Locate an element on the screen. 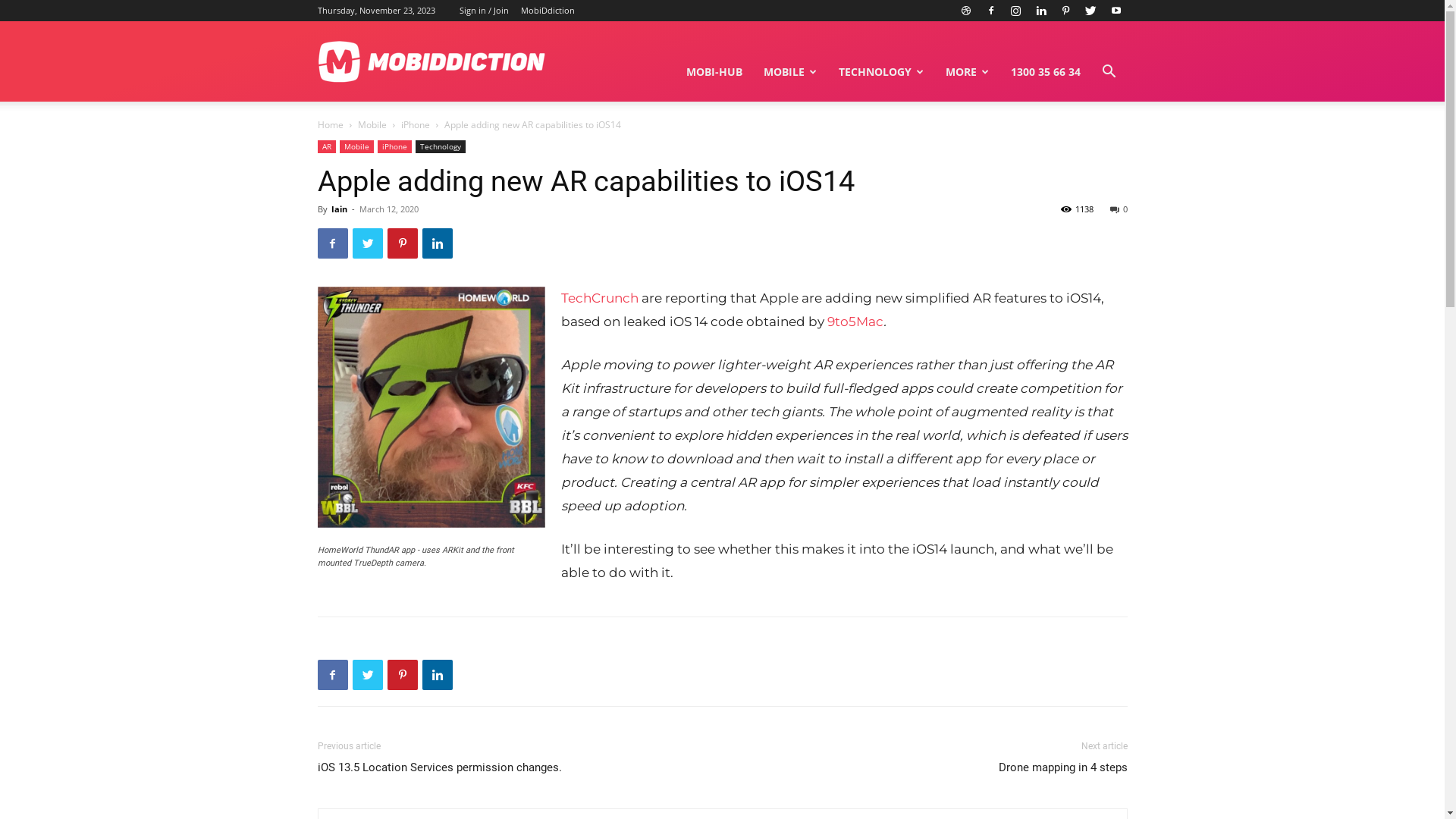 The height and width of the screenshot is (819, 1456). 'MobiDdiction' is located at coordinates (546, 10).